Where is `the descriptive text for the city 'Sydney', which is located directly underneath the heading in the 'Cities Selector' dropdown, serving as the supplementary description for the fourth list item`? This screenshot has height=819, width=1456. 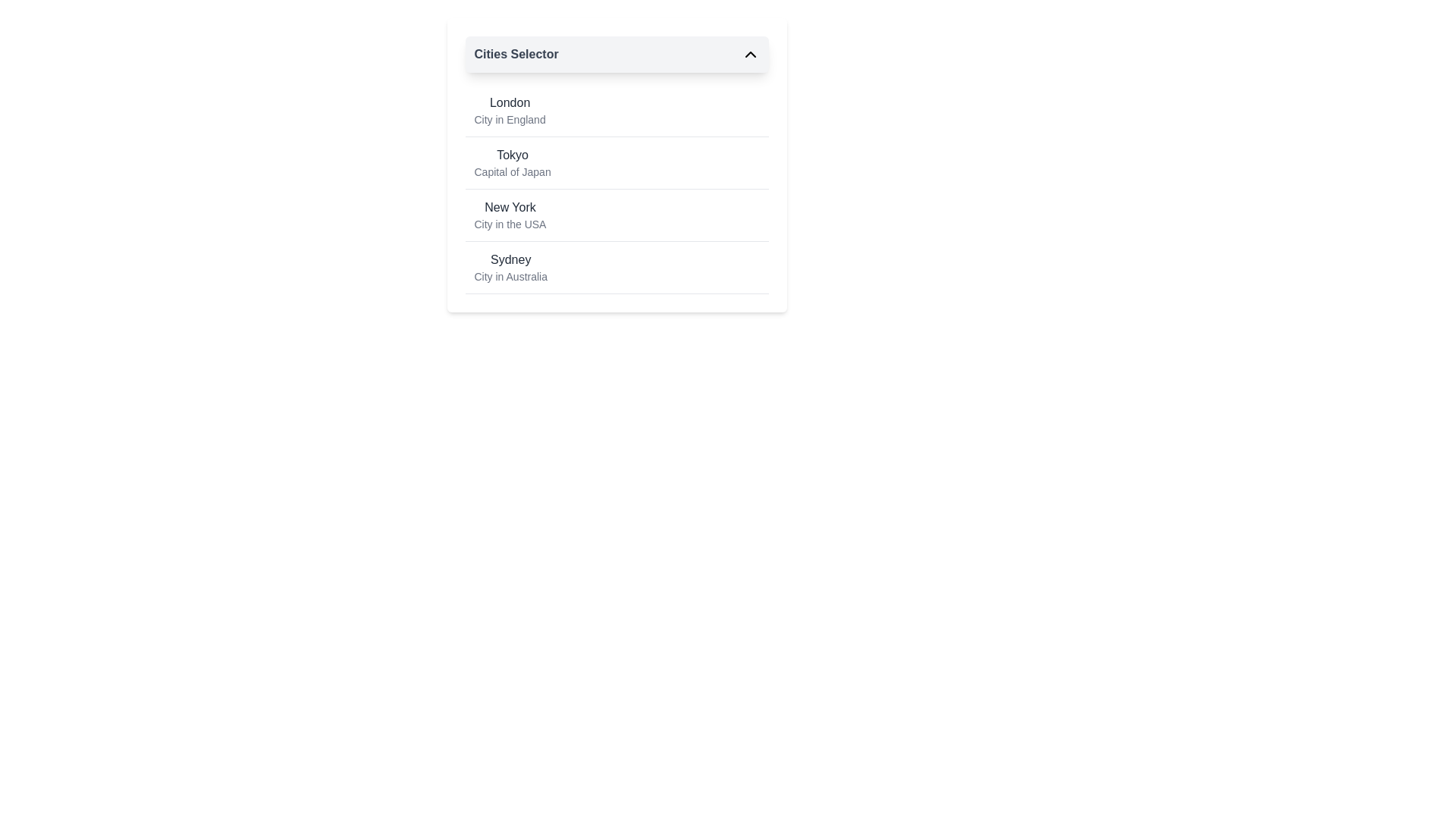
the descriptive text for the city 'Sydney', which is located directly underneath the heading in the 'Cities Selector' dropdown, serving as the supplementary description for the fourth list item is located at coordinates (510, 277).